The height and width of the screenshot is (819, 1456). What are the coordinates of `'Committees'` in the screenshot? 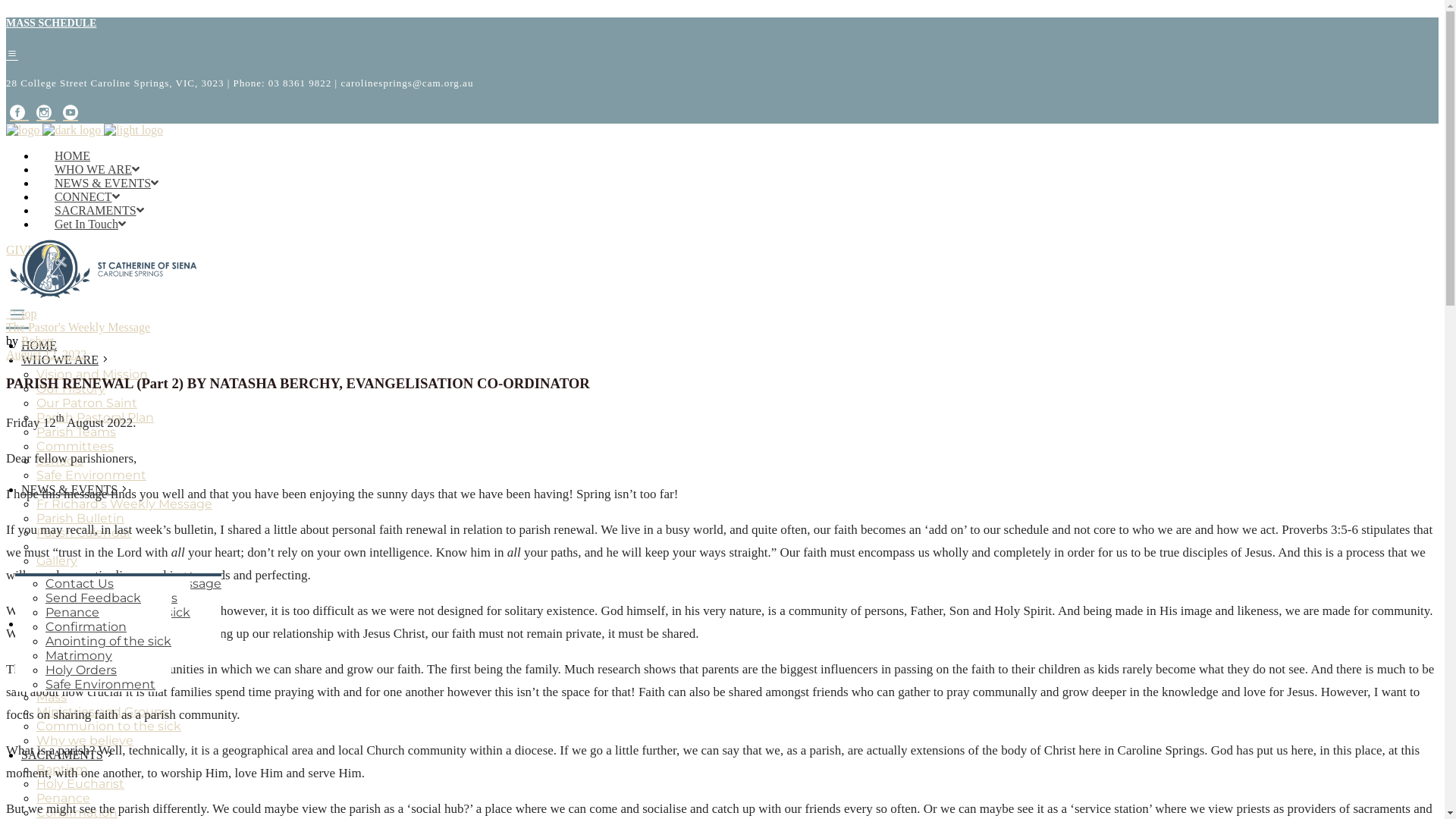 It's located at (36, 445).